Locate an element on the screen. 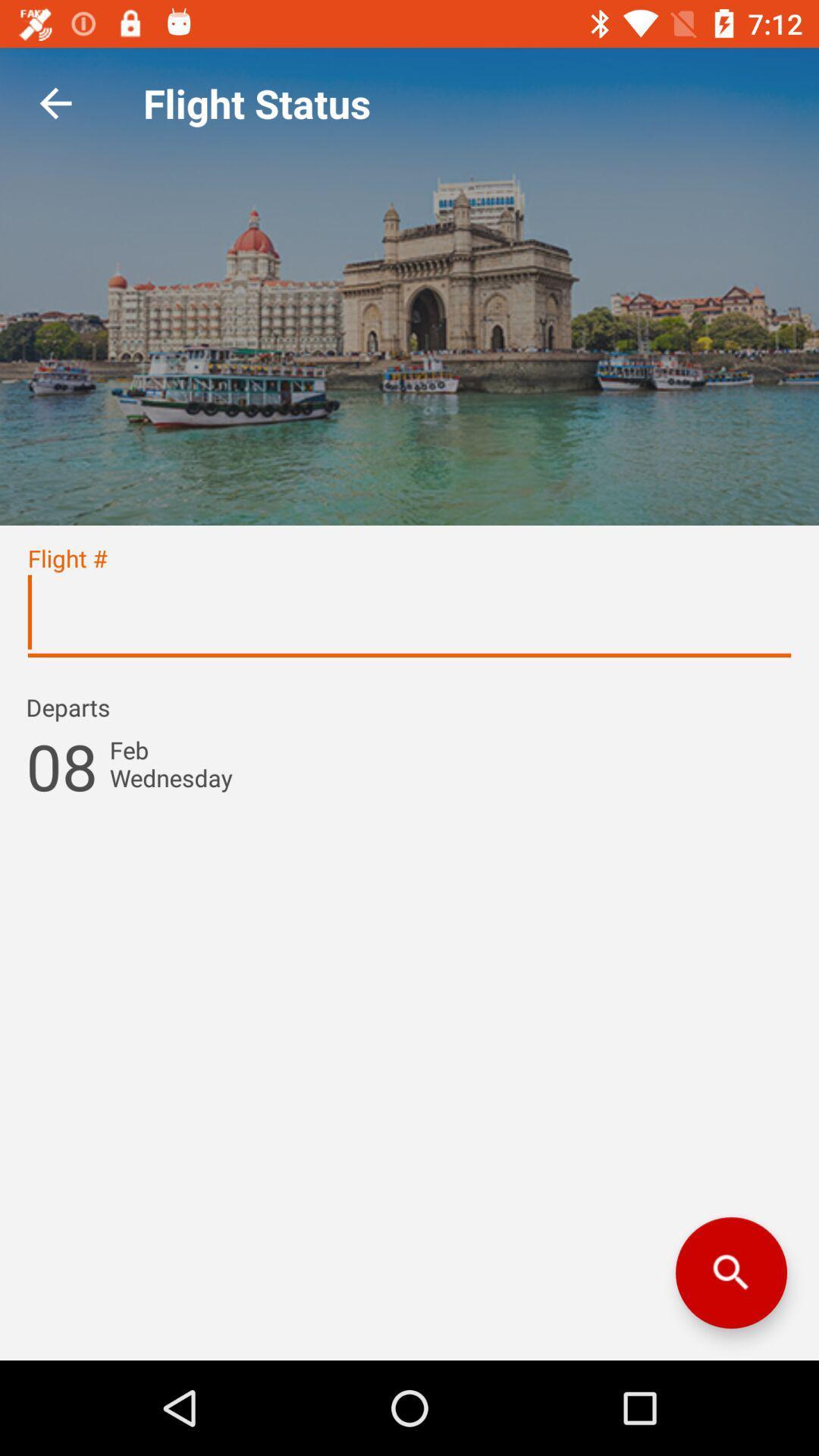 This screenshot has width=819, height=1456. type flight name is located at coordinates (409, 619).